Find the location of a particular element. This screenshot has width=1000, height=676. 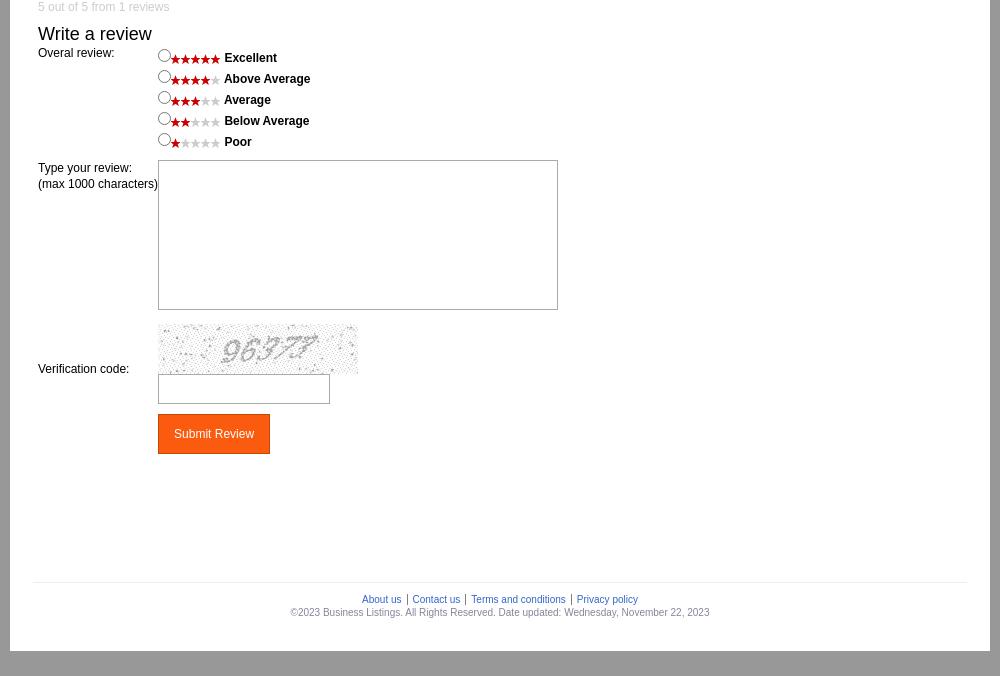

'out of' is located at coordinates (44, 6).